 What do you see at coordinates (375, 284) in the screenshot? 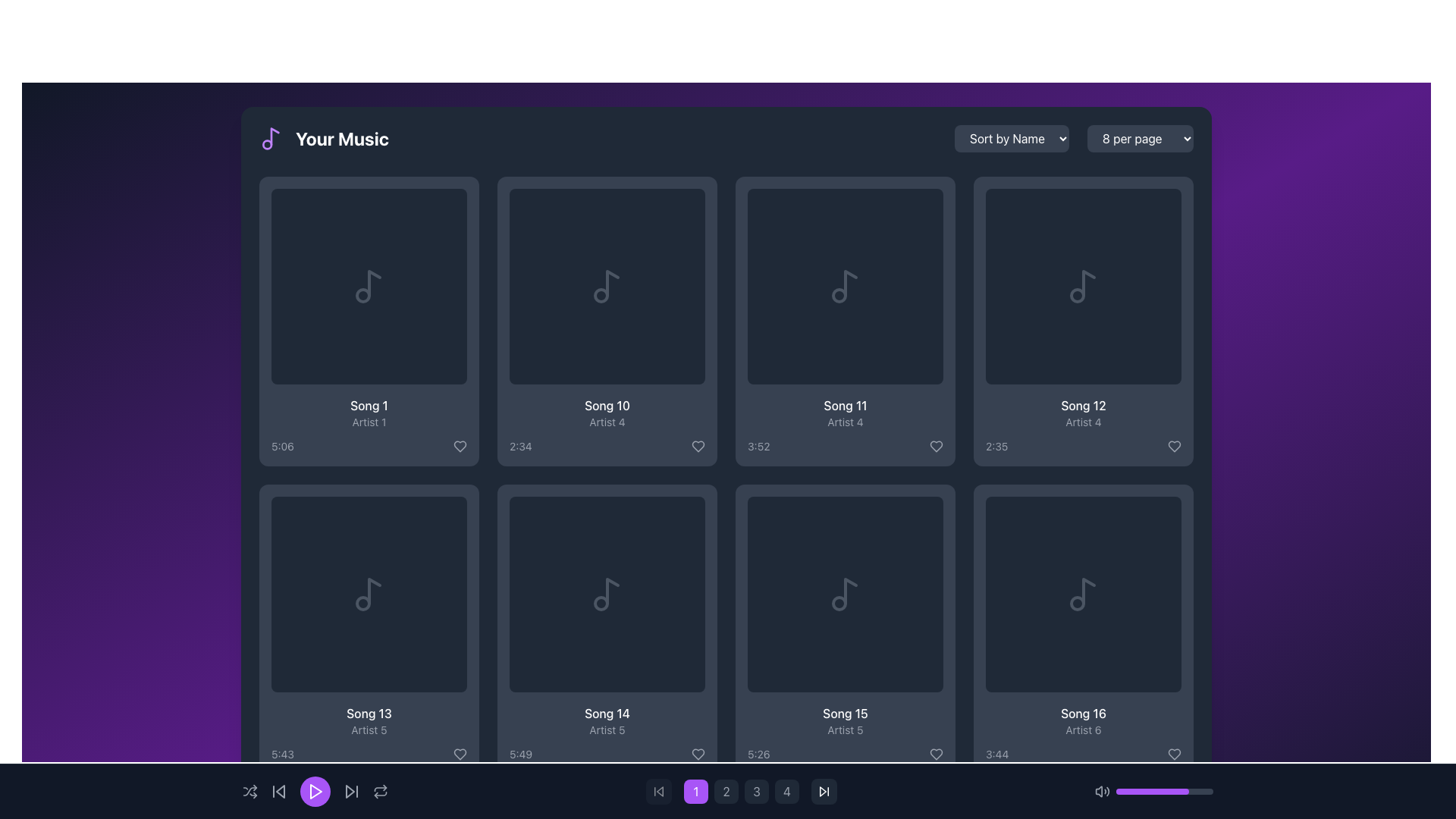
I see `the decorative SVG graphical element representing music notation, which is centrally placed within the first card of a grid displaying various songs` at bounding box center [375, 284].